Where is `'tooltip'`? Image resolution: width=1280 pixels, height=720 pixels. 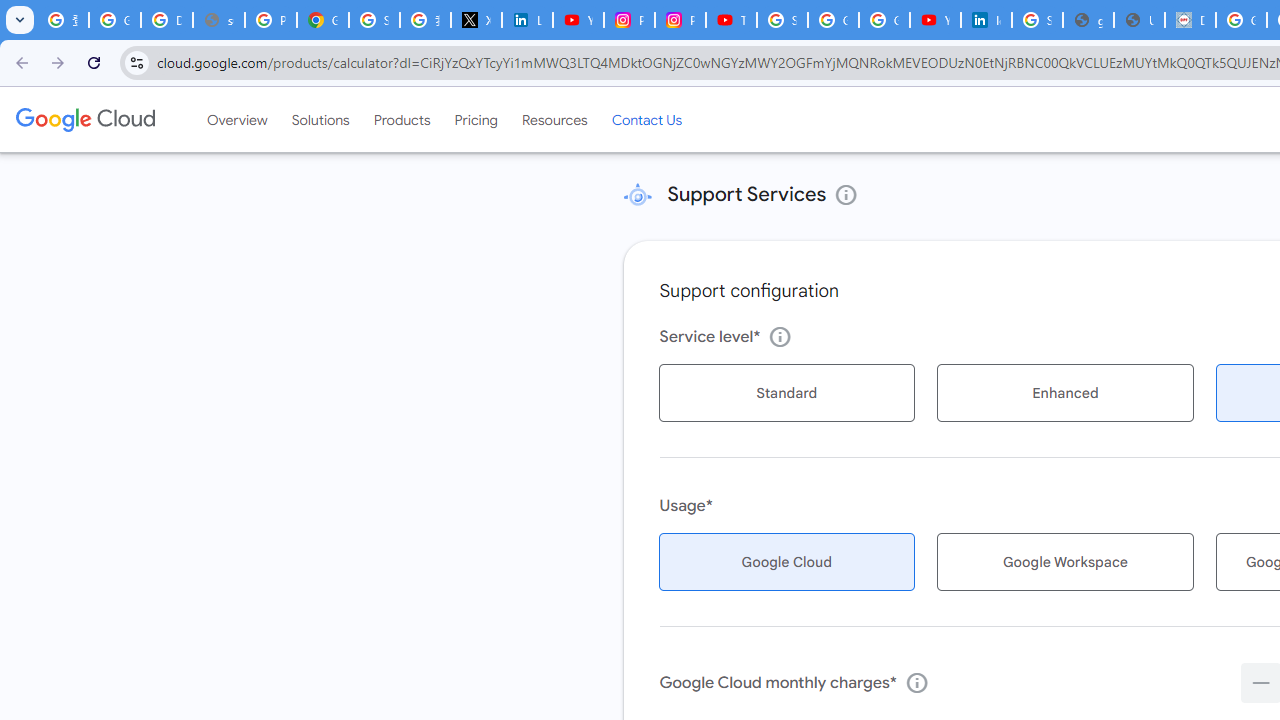 'tooltip' is located at coordinates (915, 681).